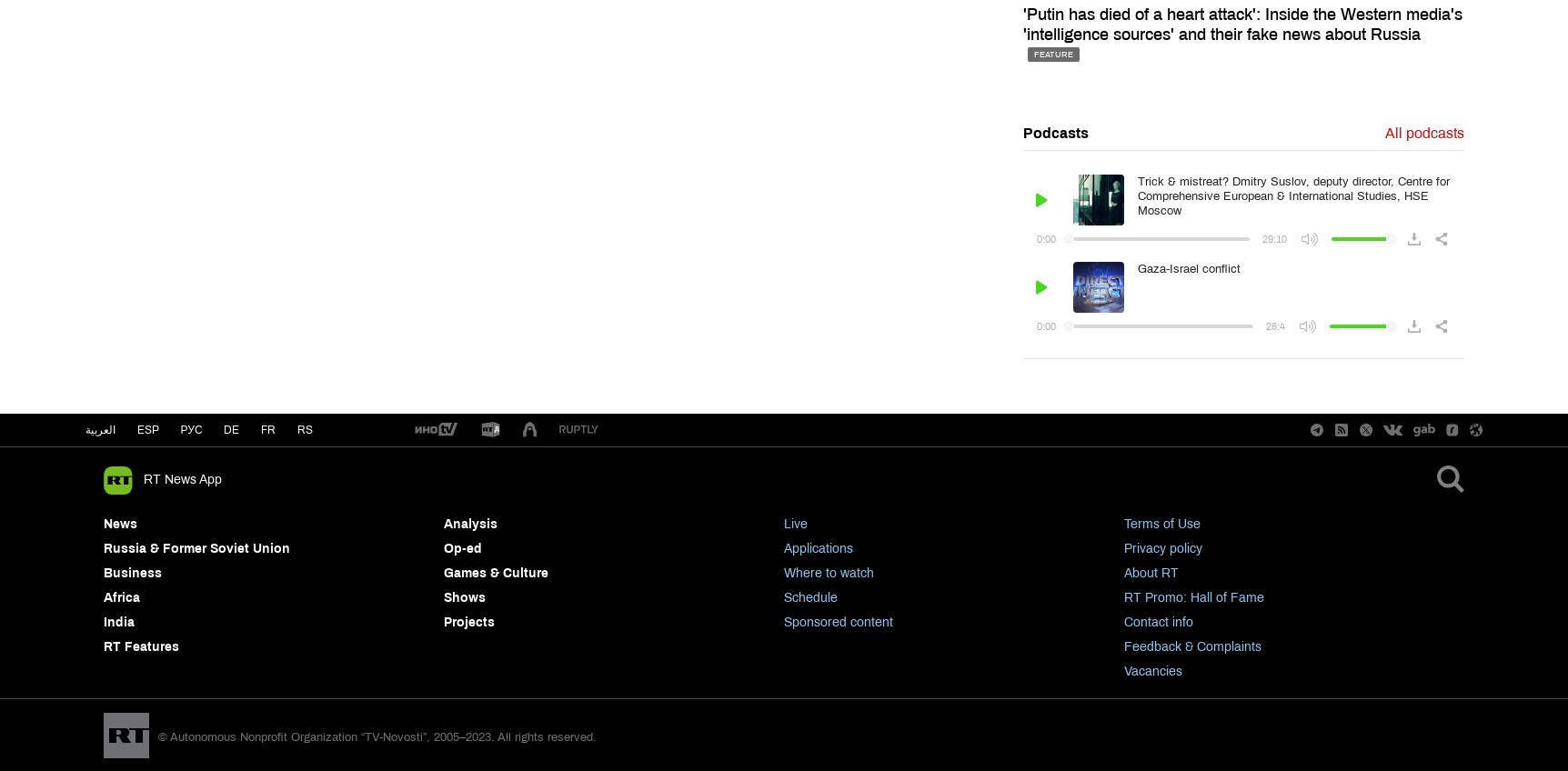 The image size is (1568, 771). I want to click on 'India', so click(118, 621).